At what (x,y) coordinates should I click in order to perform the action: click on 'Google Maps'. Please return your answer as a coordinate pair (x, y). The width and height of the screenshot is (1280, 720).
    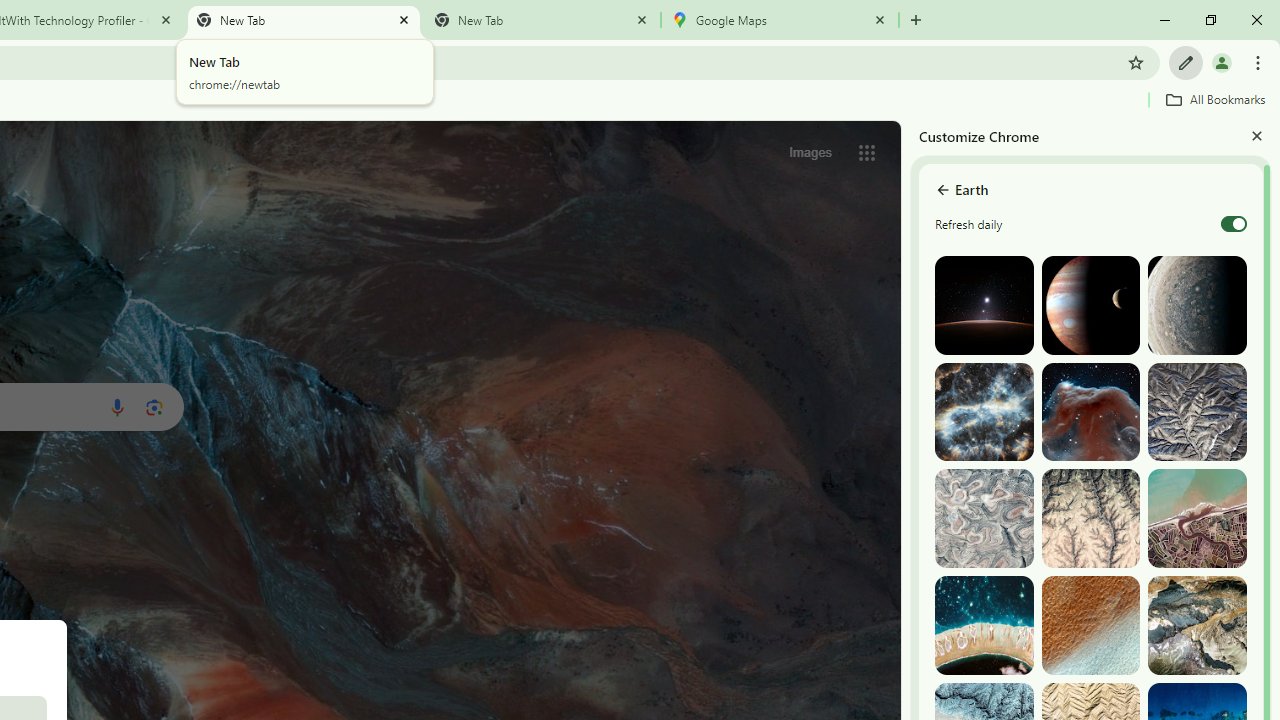
    Looking at the image, I should click on (778, 20).